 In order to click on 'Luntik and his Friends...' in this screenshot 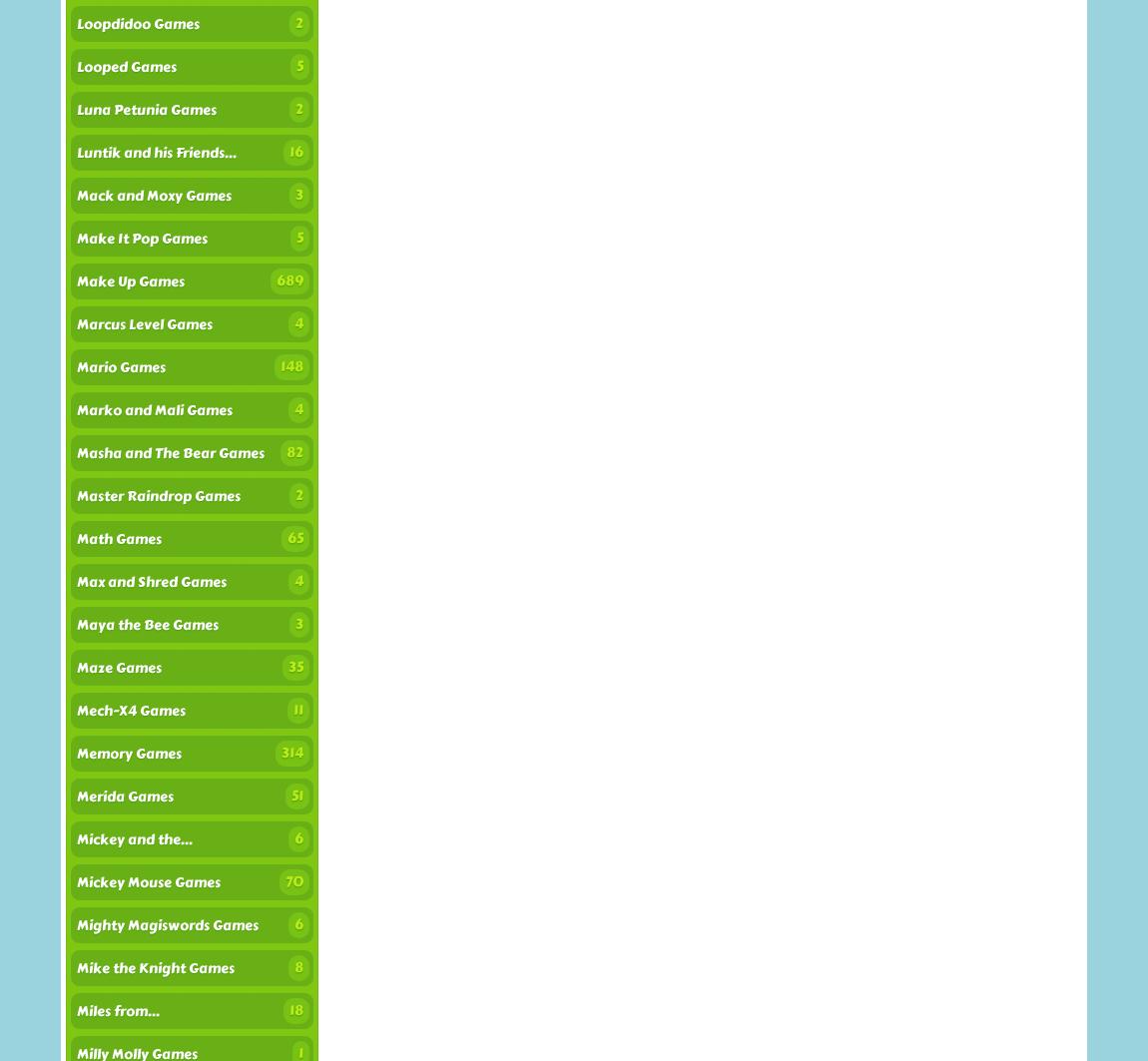, I will do `click(155, 153)`.